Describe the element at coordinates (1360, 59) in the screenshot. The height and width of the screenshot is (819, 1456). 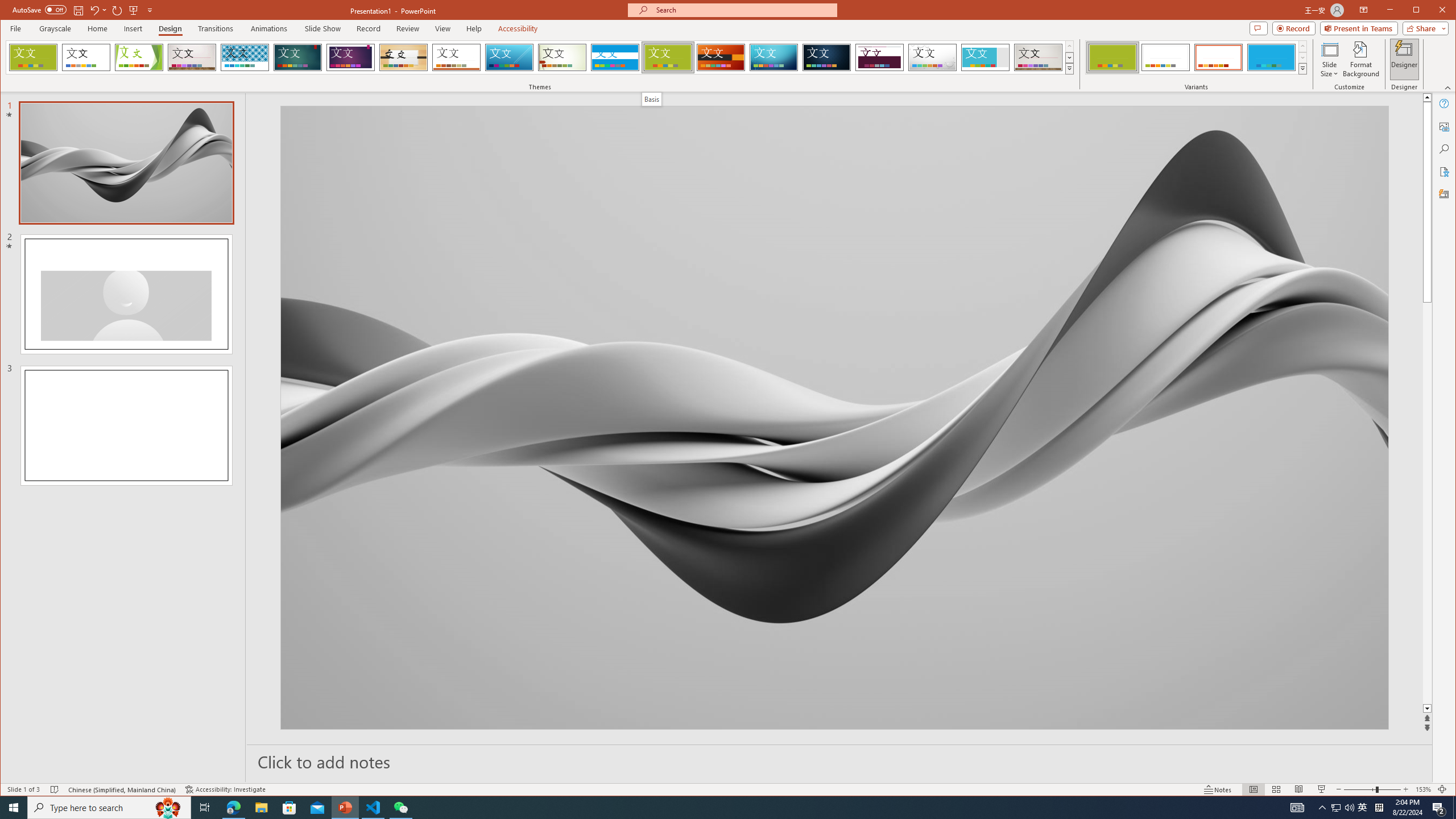
I see `'Format Background'` at that location.